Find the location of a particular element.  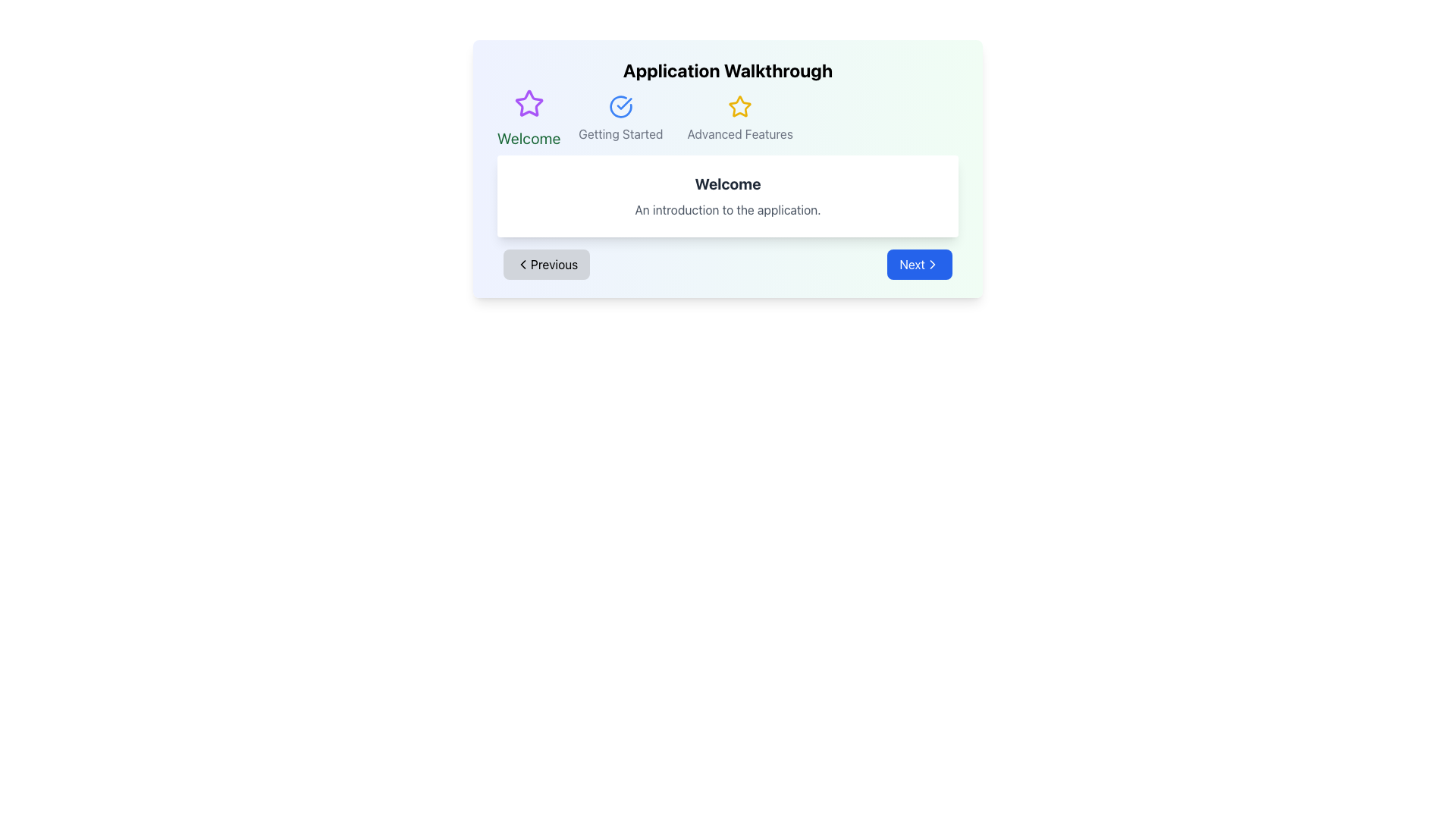

the decorative yellow outlined star icon, which is the first icon in a horizontal navigation bar above the text 'Welcome' is located at coordinates (740, 105).